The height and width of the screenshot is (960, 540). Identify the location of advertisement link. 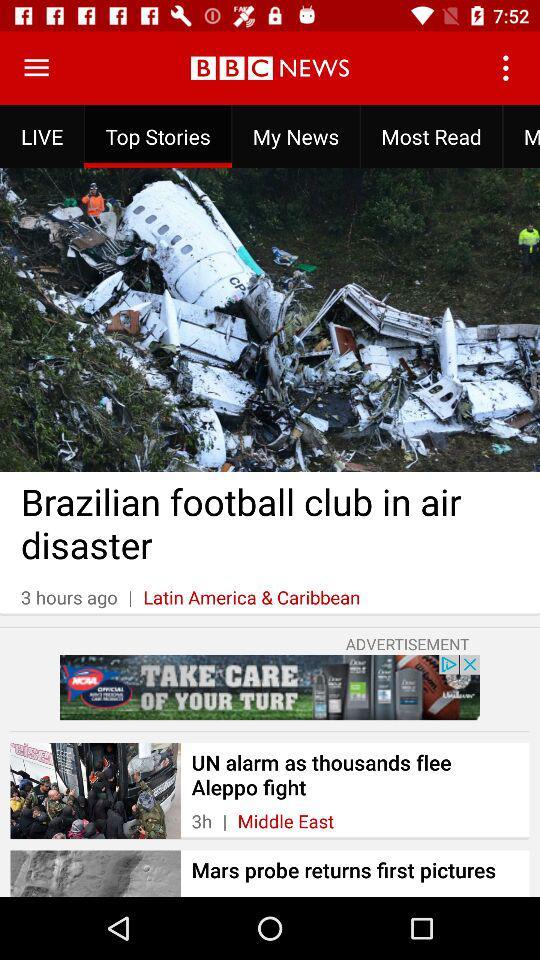
(270, 687).